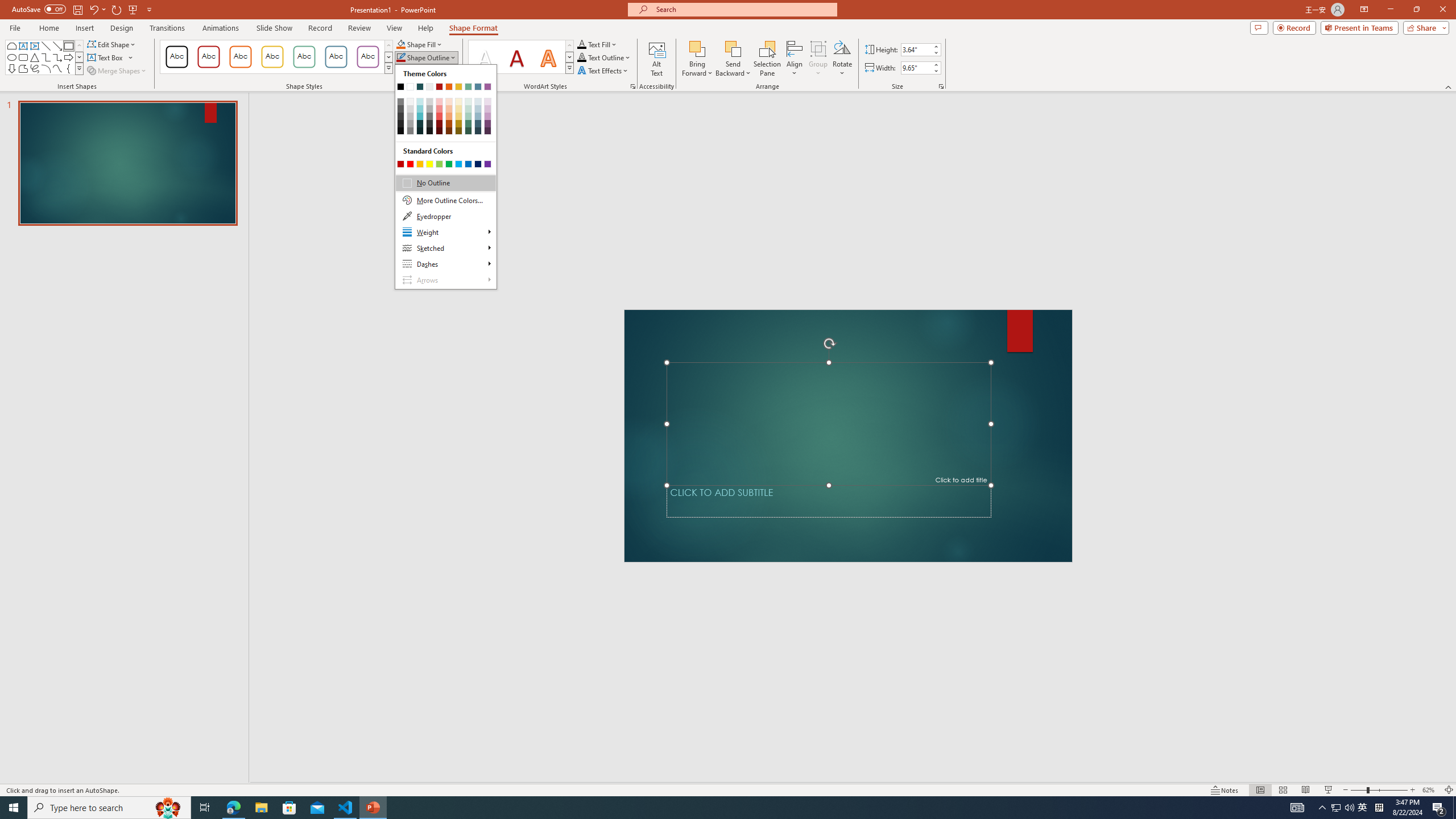  What do you see at coordinates (118, 69) in the screenshot?
I see `'Merge Shapes'` at bounding box center [118, 69].